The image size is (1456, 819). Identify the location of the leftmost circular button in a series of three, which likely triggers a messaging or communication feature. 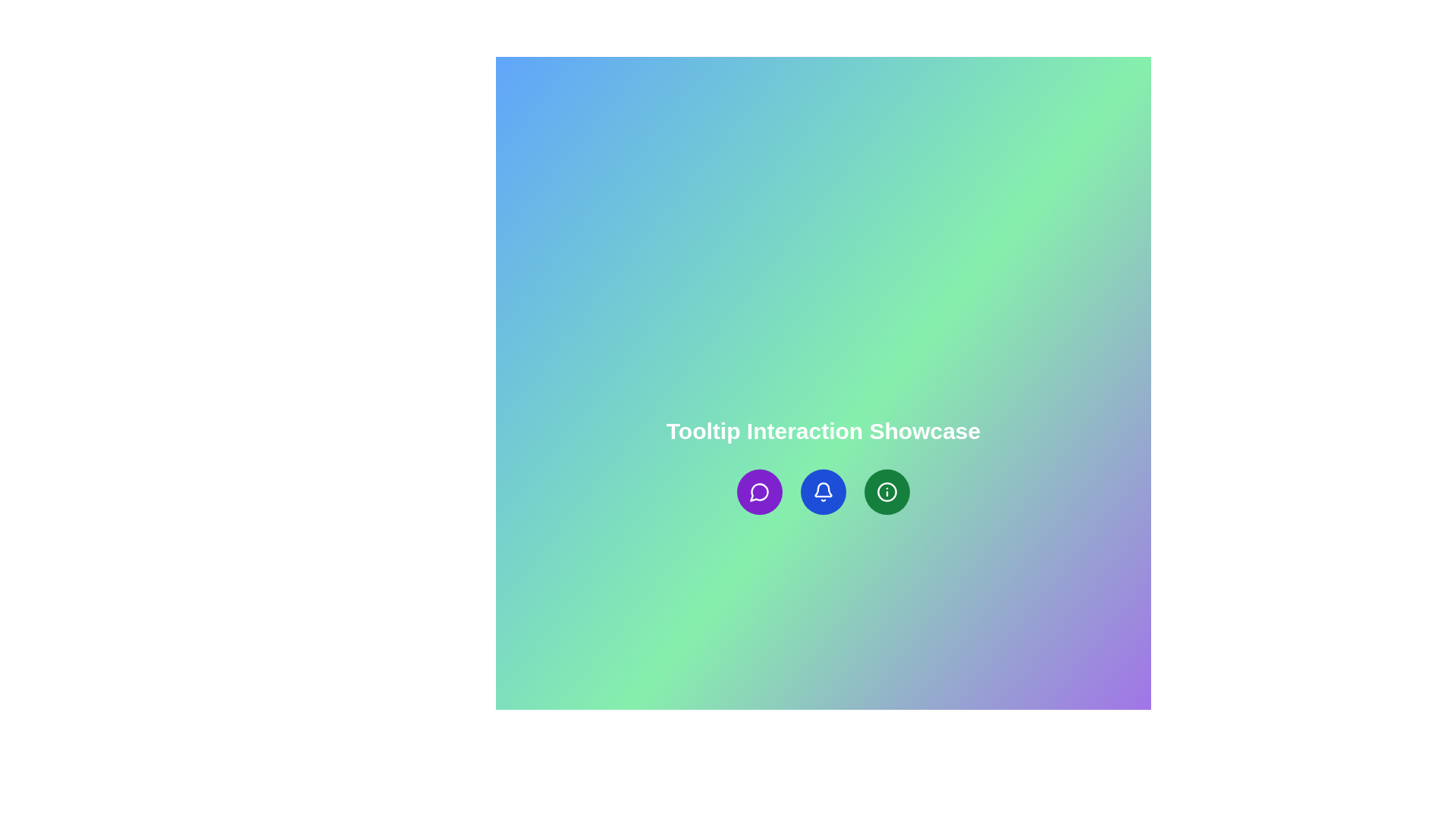
(760, 491).